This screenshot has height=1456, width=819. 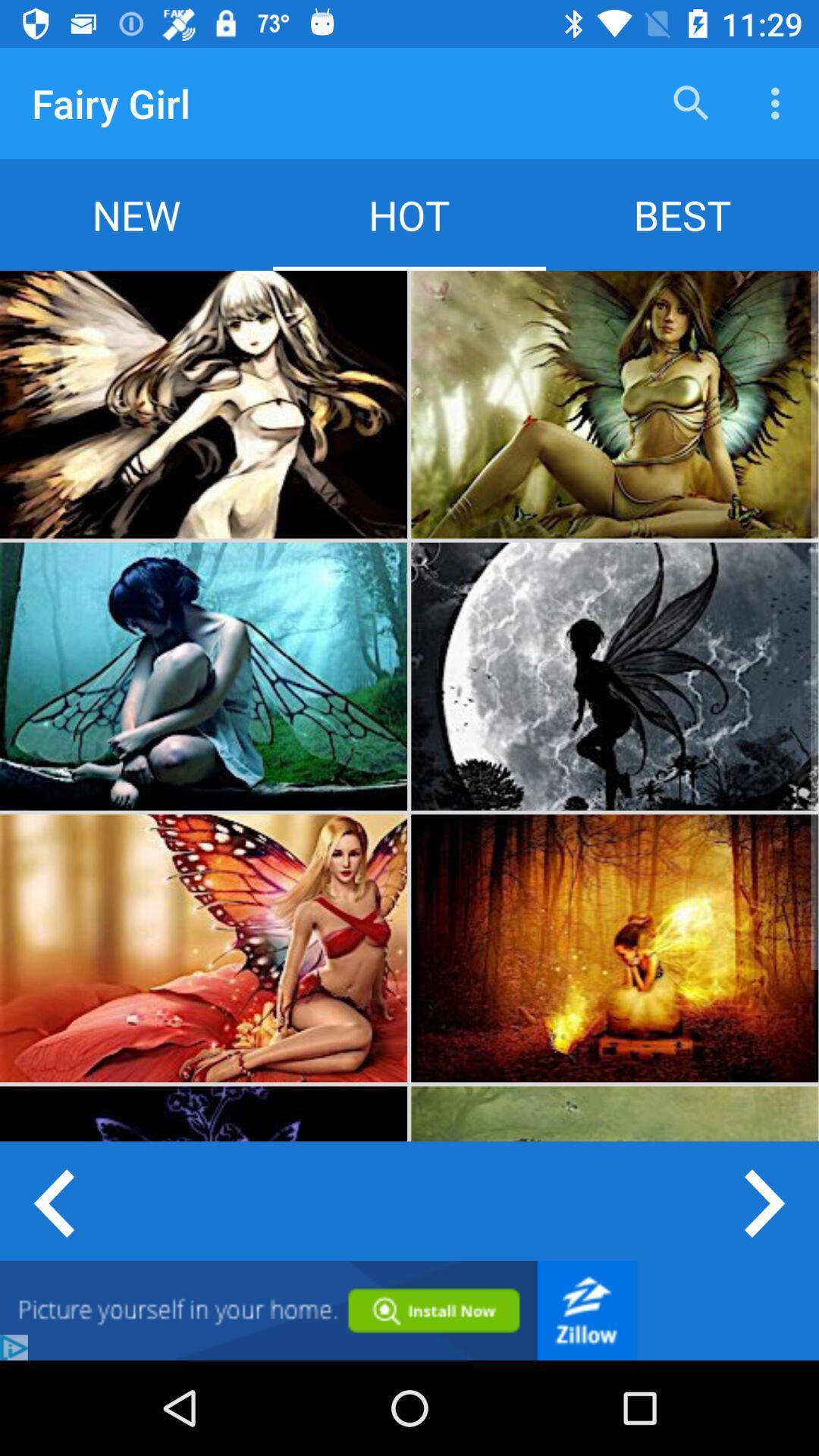 What do you see at coordinates (766, 1200) in the screenshot?
I see `the arrow_forward icon` at bounding box center [766, 1200].